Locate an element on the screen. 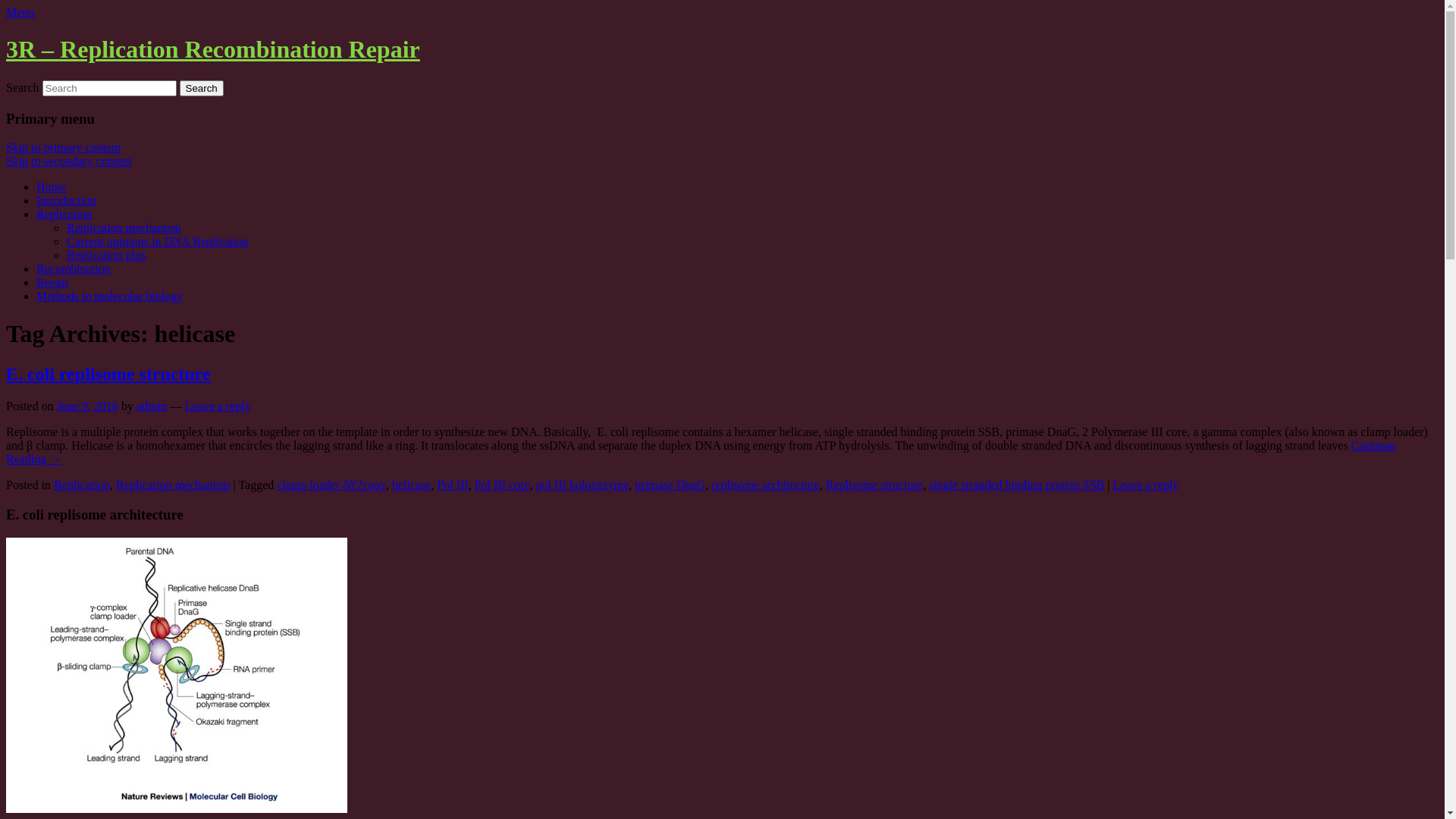 This screenshot has height=819, width=1456. 'Replication' is located at coordinates (80, 485).